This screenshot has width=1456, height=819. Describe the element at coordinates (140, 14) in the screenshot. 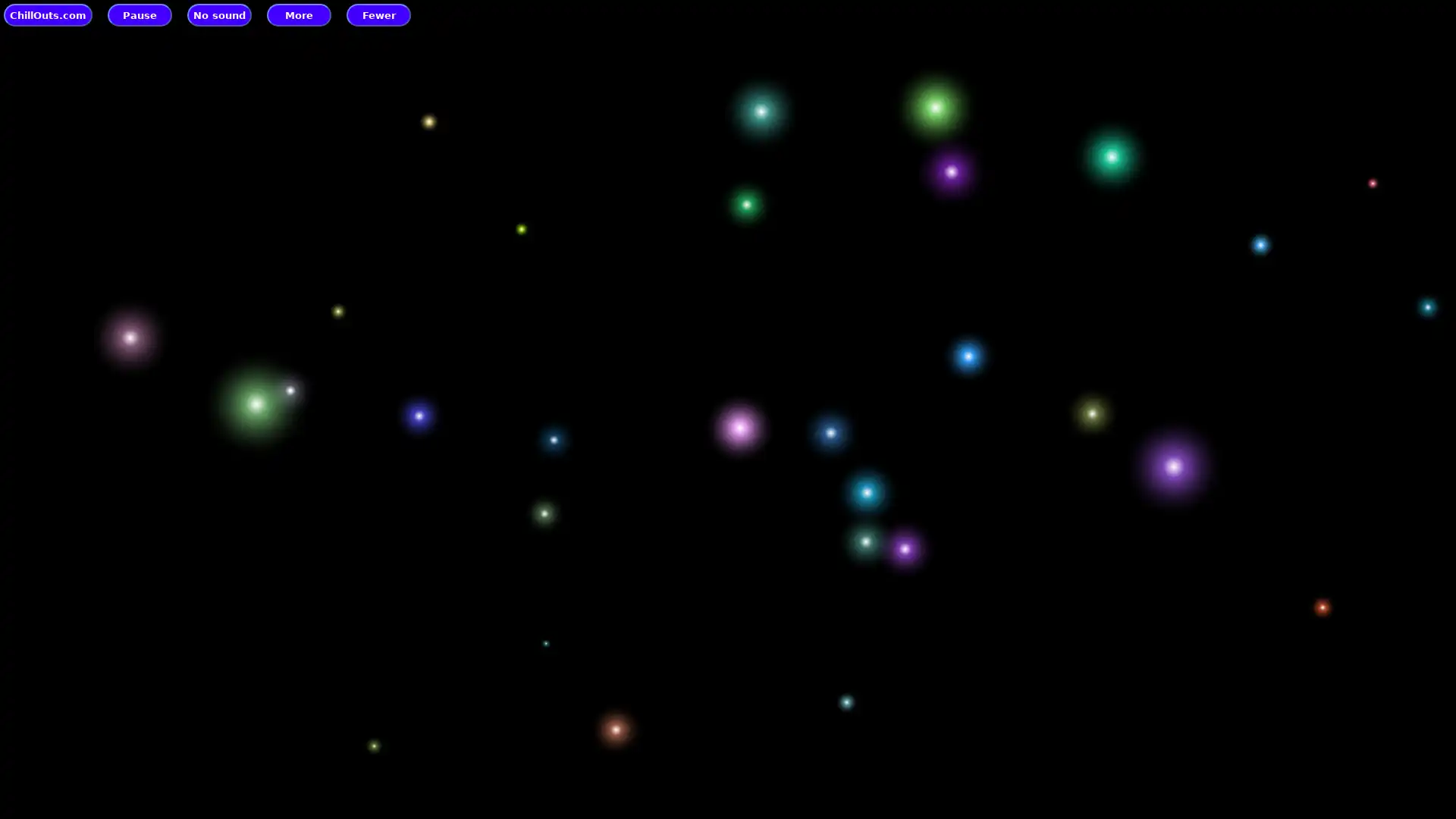

I see `Pause` at that location.